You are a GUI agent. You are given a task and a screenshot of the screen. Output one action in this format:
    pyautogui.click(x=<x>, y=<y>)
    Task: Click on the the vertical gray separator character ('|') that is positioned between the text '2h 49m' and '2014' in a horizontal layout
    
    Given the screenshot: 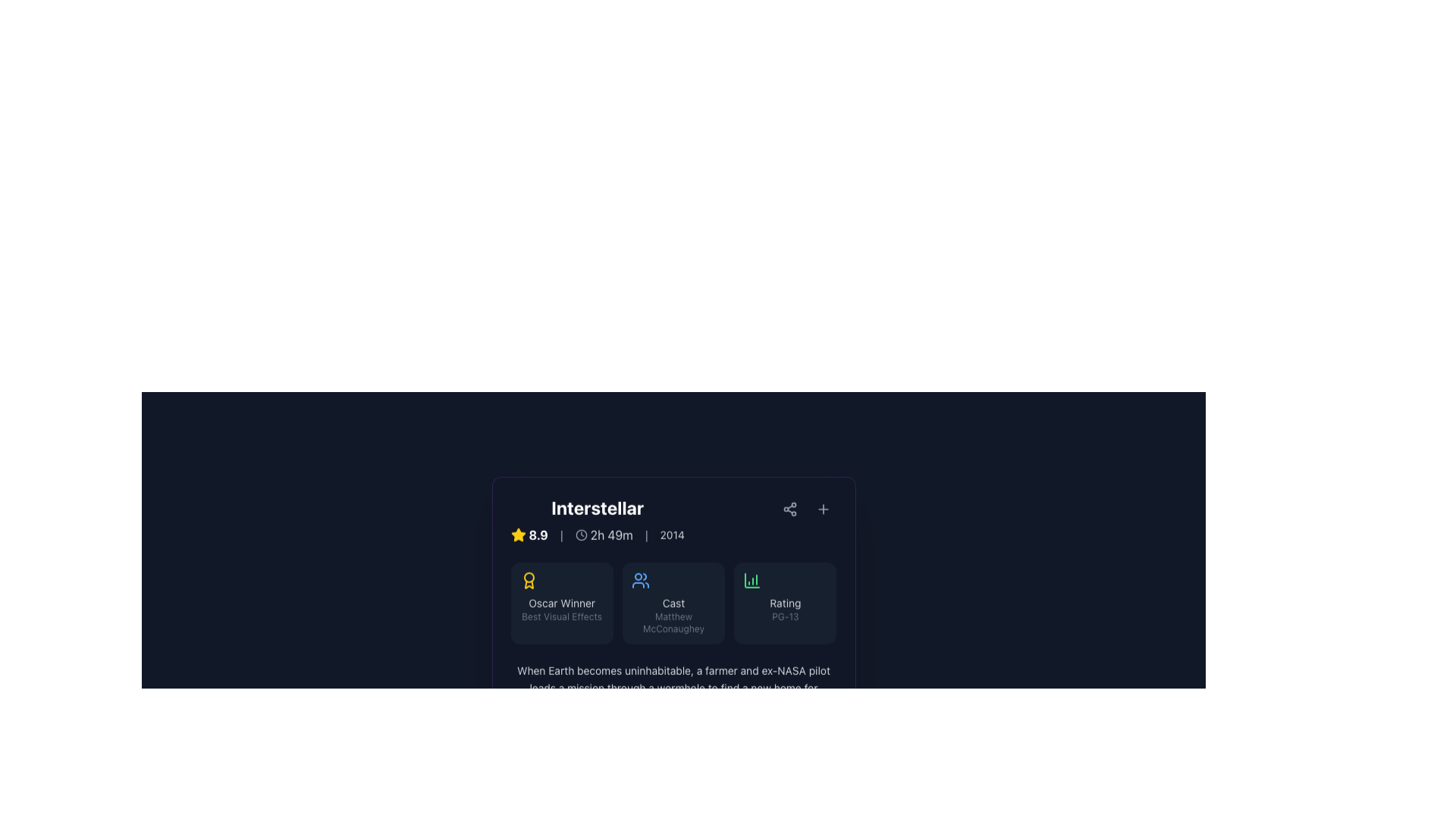 What is the action you would take?
    pyautogui.click(x=646, y=534)
    